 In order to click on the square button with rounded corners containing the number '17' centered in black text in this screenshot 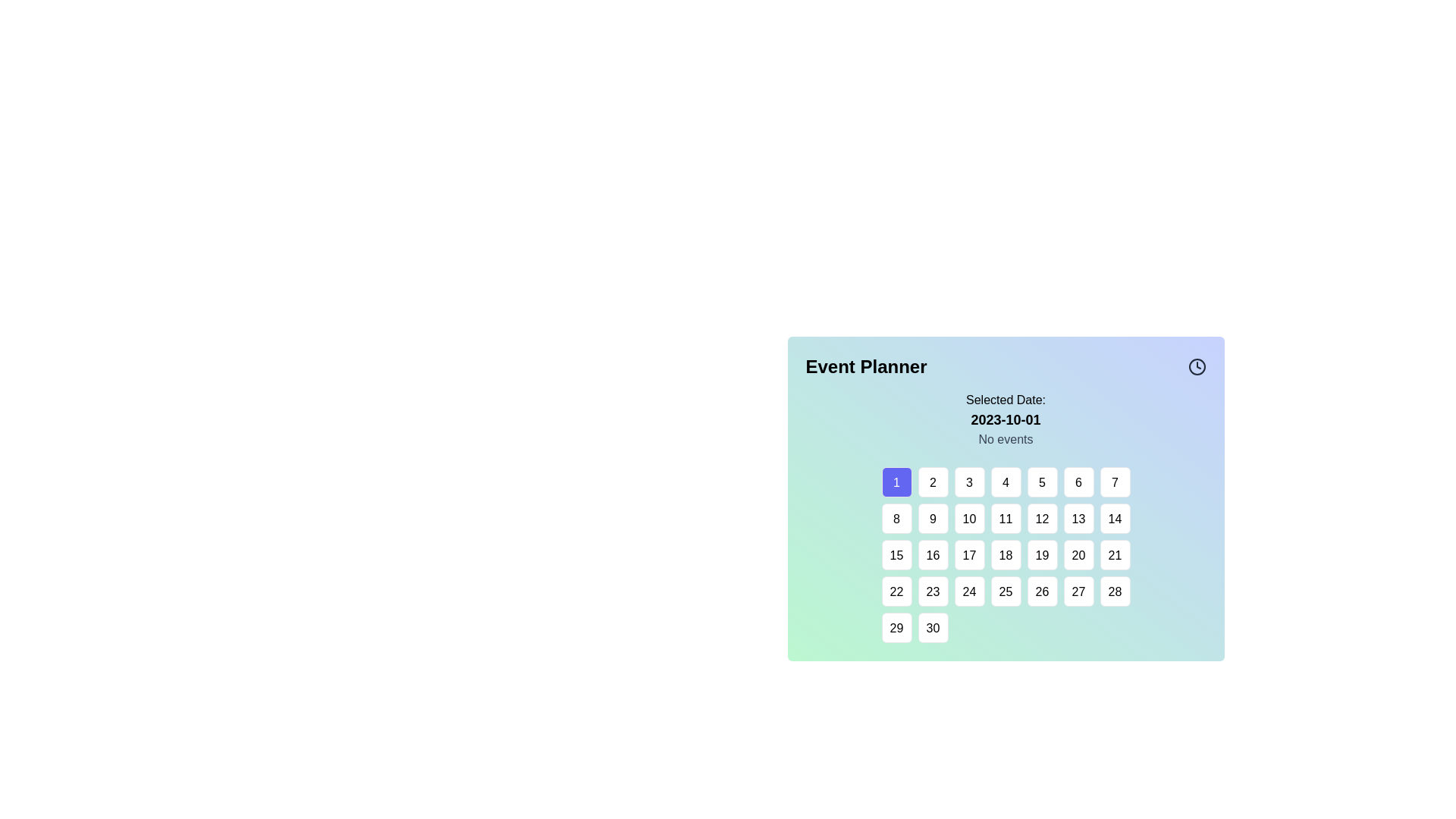, I will do `click(968, 555)`.